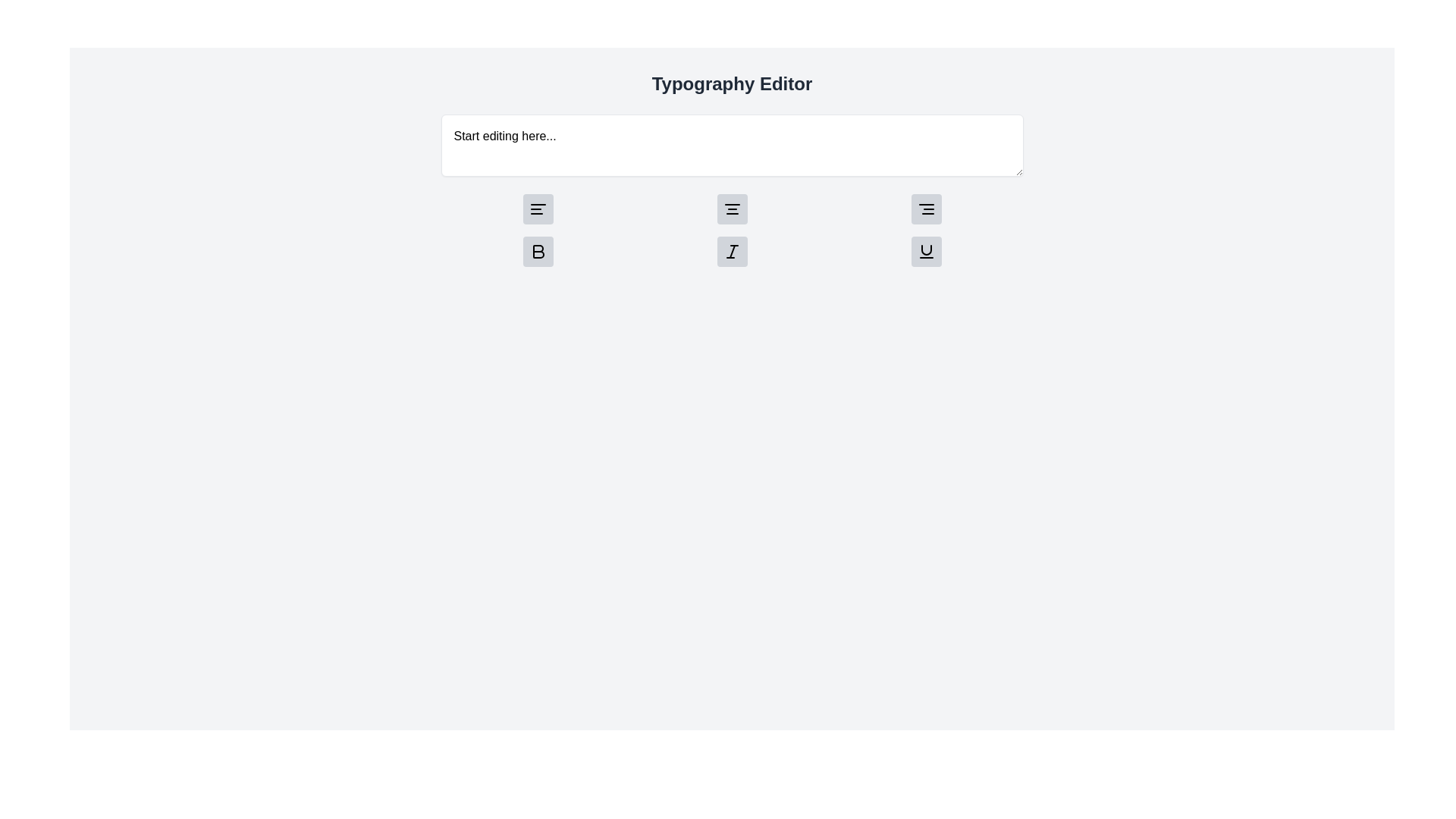 The image size is (1456, 819). What do you see at coordinates (538, 250) in the screenshot?
I see `the bold 'B' icon button in the typography editor to apply bold formatting to the selected text` at bounding box center [538, 250].